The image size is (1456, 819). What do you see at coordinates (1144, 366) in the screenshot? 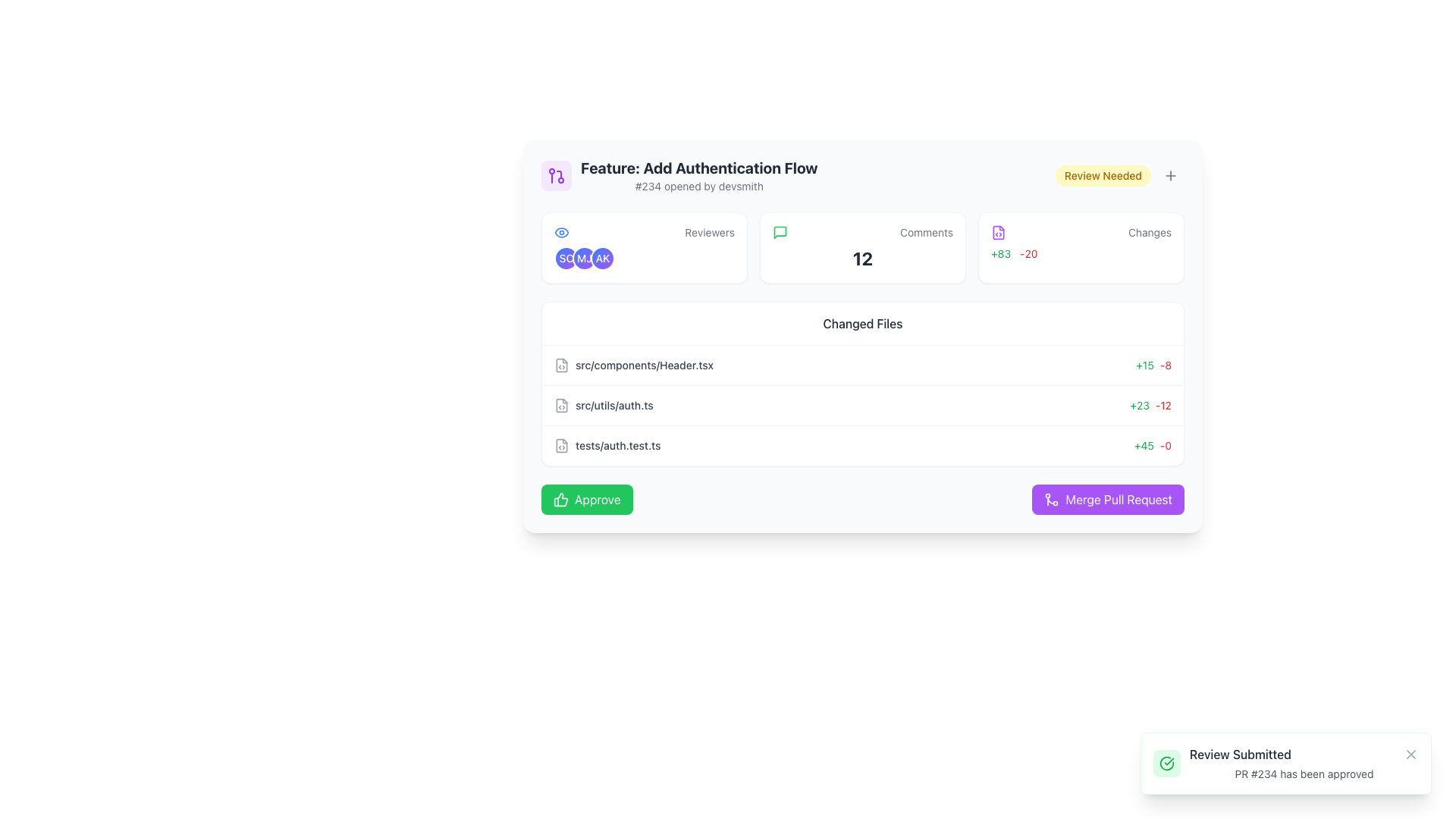
I see `the text display showing '+15' in green, which indicates a positive value in the 'Changes' section of file changes` at bounding box center [1144, 366].